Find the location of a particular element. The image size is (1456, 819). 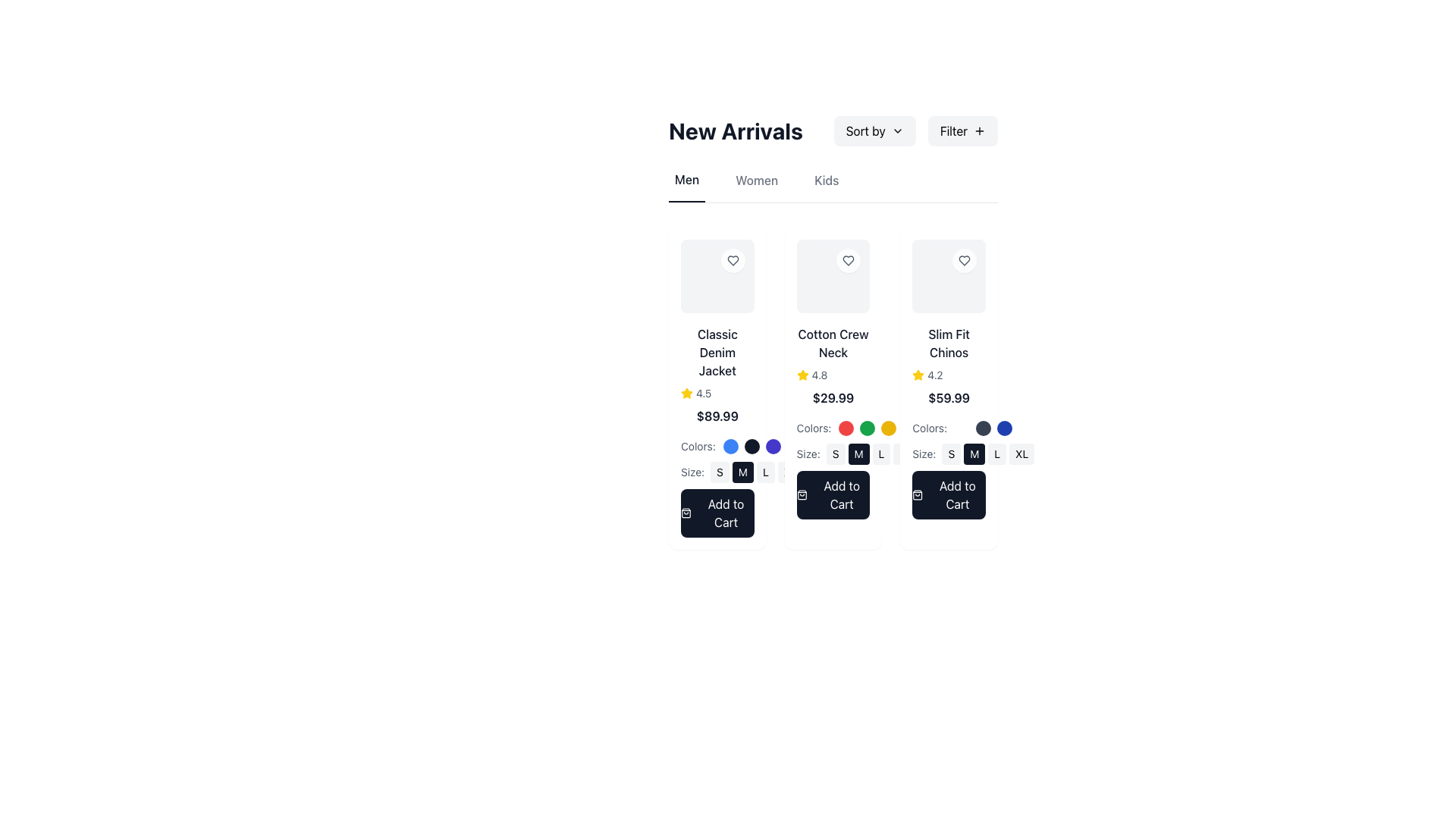

the button labeled 'L' with a light gray background and rounded corners, which is the third button in the size options group below the 'Cotton Crew Neck' product card is located at coordinates (765, 471).